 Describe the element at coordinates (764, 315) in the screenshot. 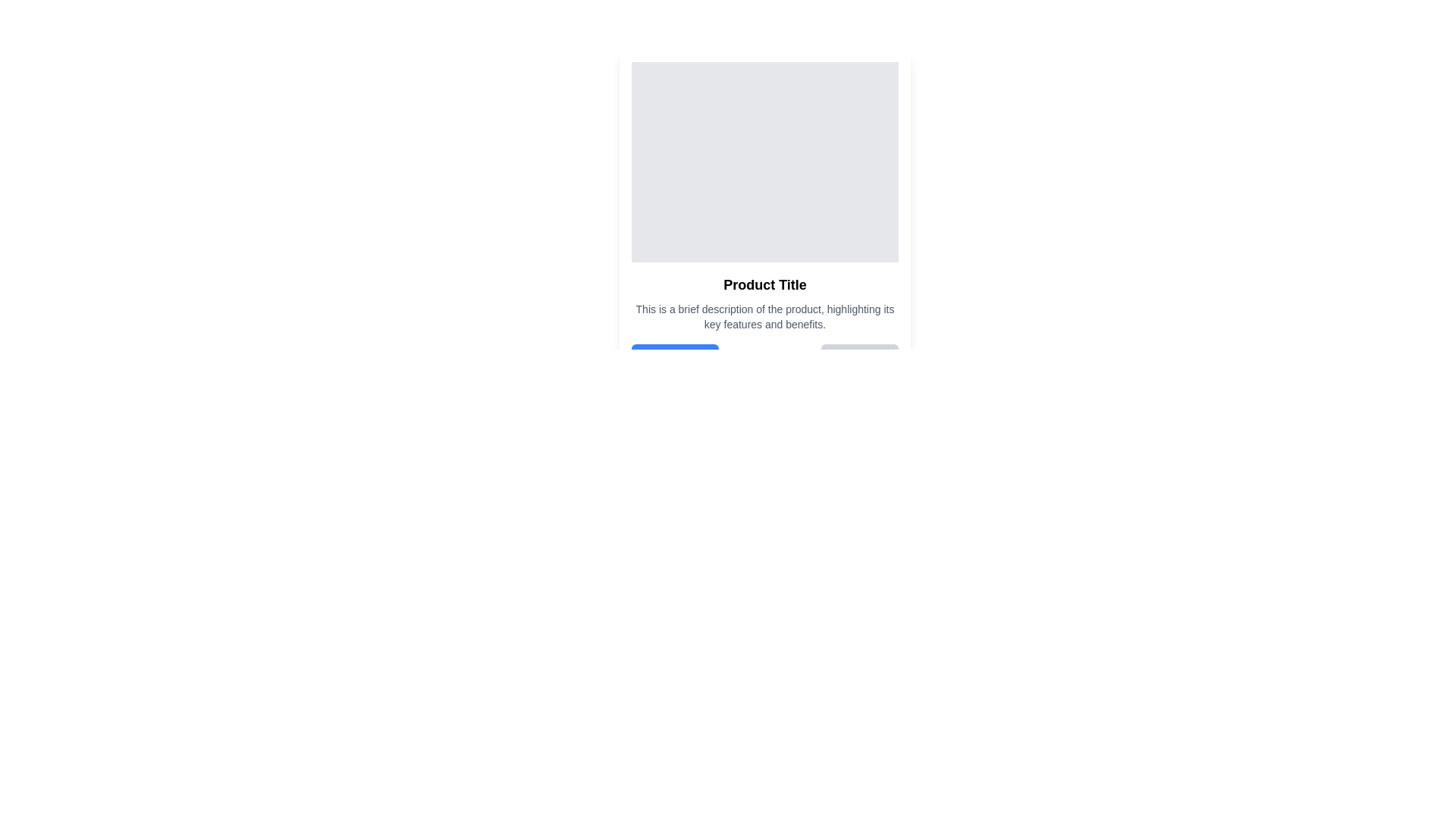

I see `descriptive text paragraph styled in gray located directly below the 'Product Title' heading` at that location.